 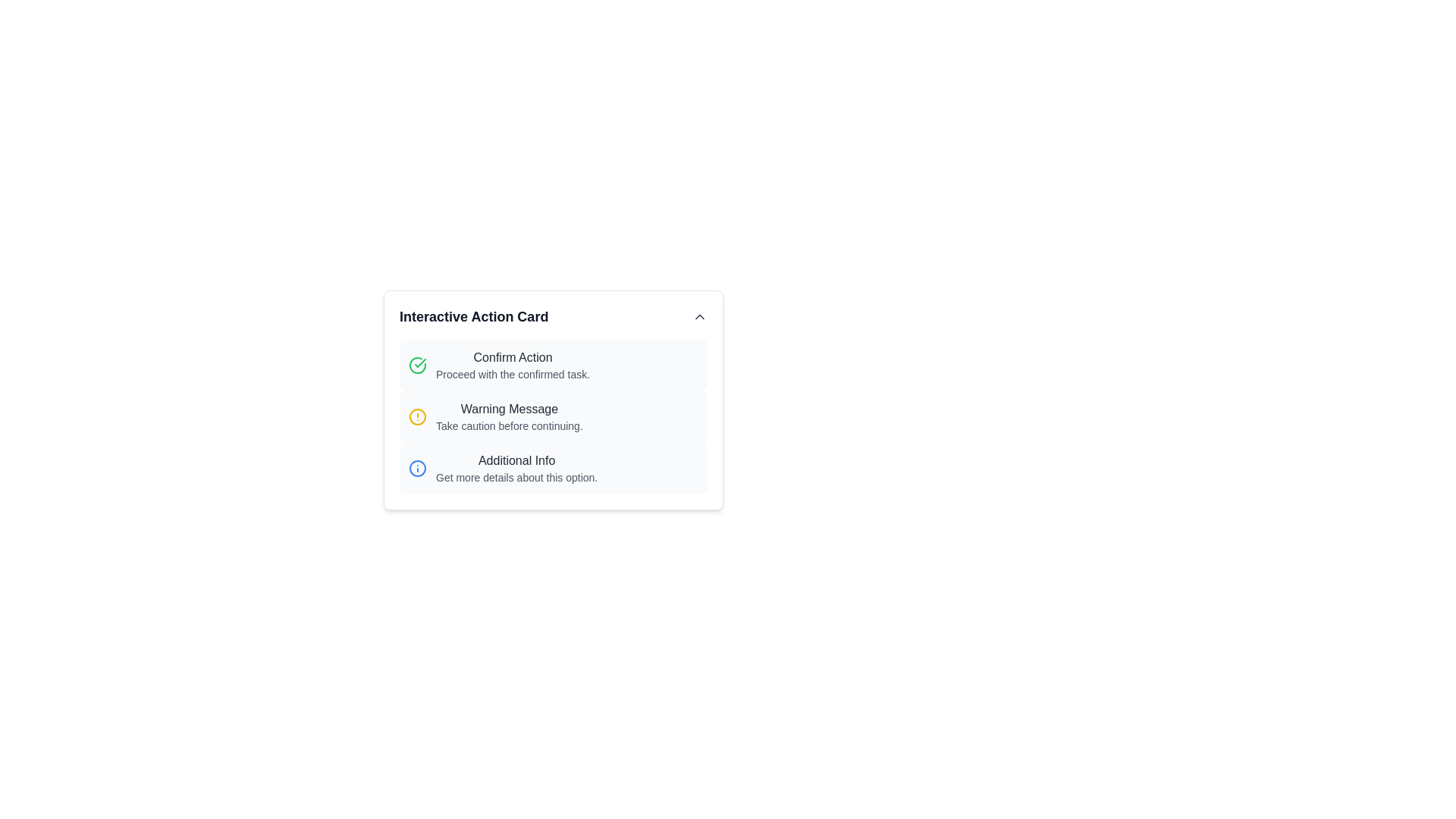 What do you see at coordinates (510, 417) in the screenshot?
I see `warning message contained in the text block with the heading 'Warning Message' and the description 'Take caution before continuing.'` at bounding box center [510, 417].